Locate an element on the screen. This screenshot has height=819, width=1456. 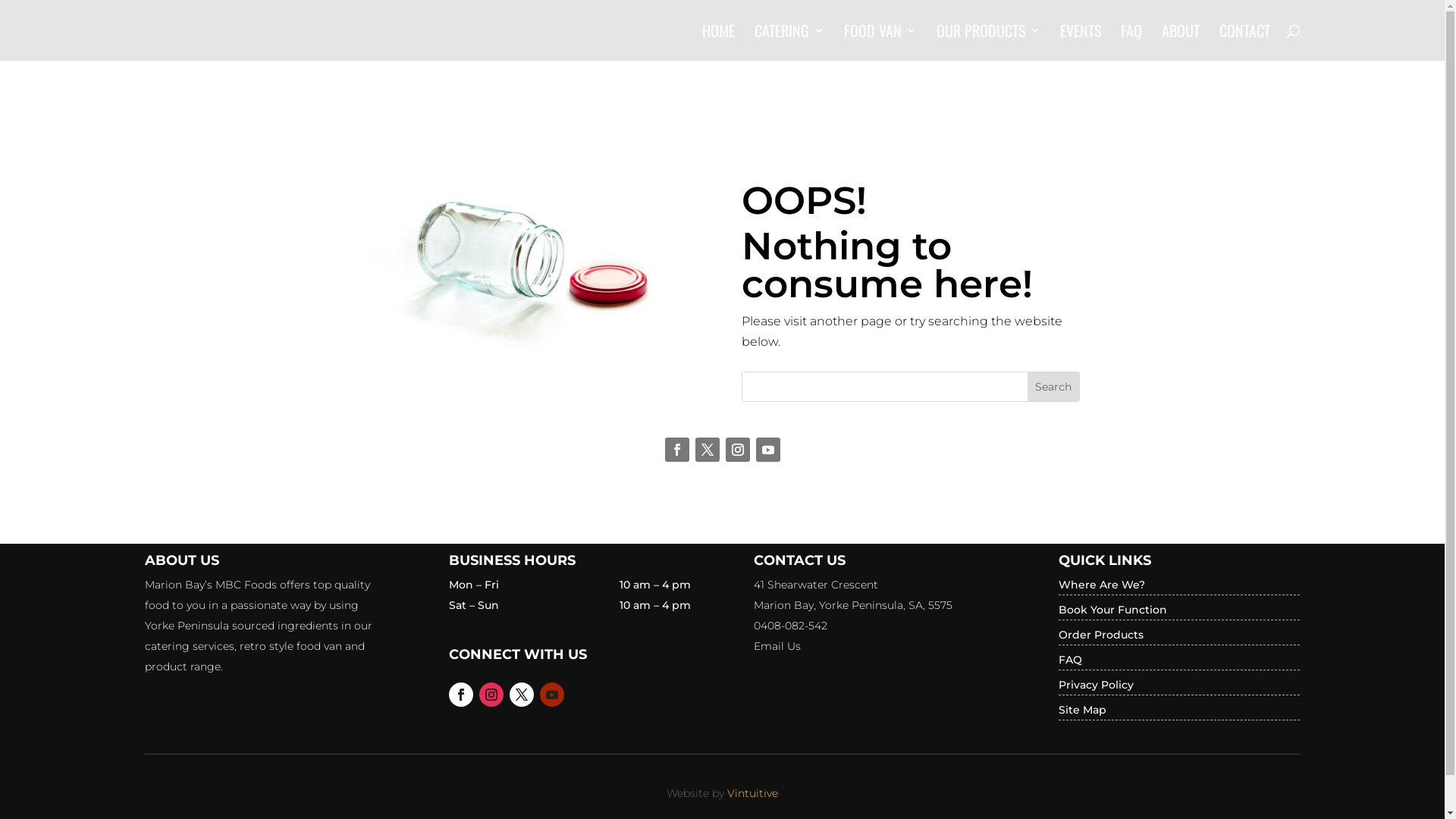
'Follow on Youtube' is located at coordinates (551, 694).